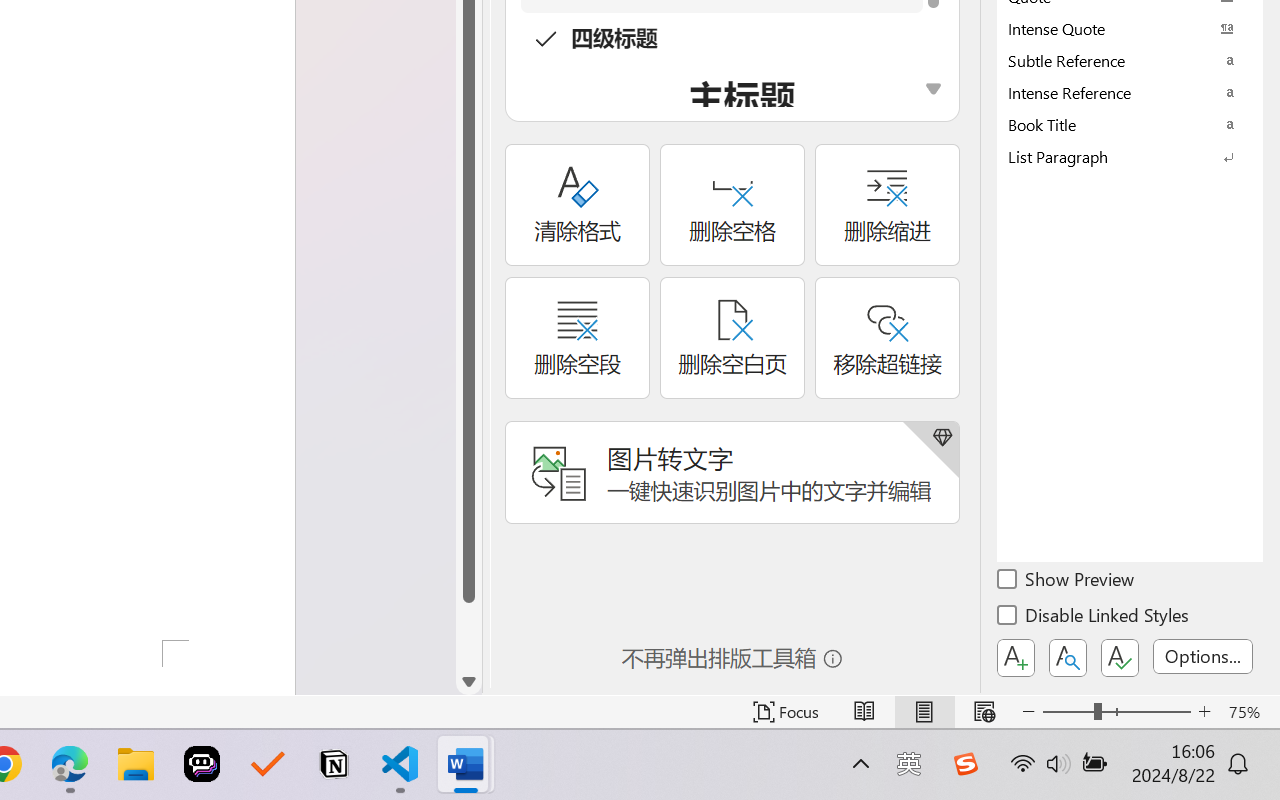 The image size is (1280, 800). What do you see at coordinates (1202, 655) in the screenshot?
I see `'Options...'` at bounding box center [1202, 655].